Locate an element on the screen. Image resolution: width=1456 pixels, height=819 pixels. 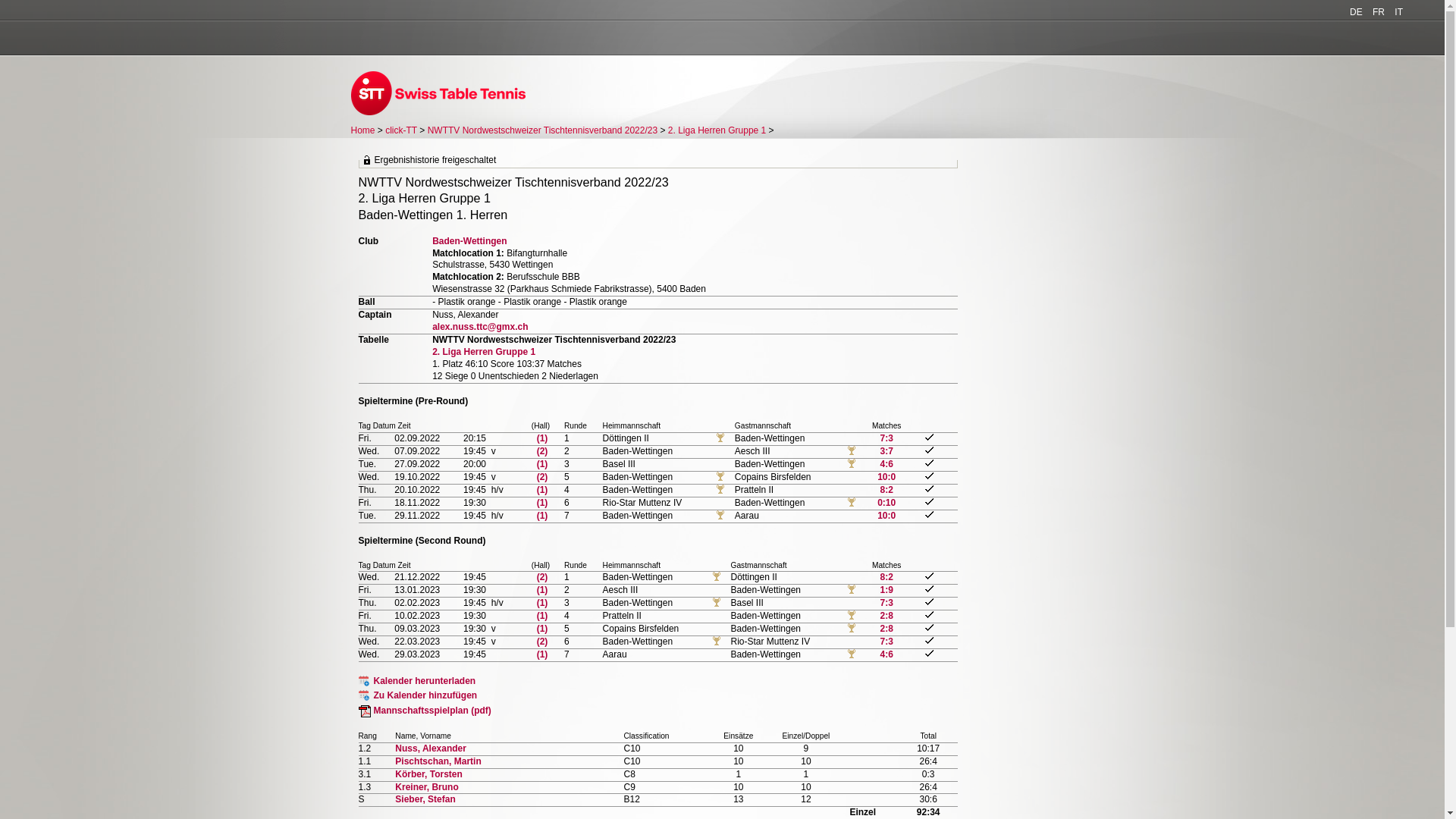
'Spielbericht genehmigt' is located at coordinates (928, 640).